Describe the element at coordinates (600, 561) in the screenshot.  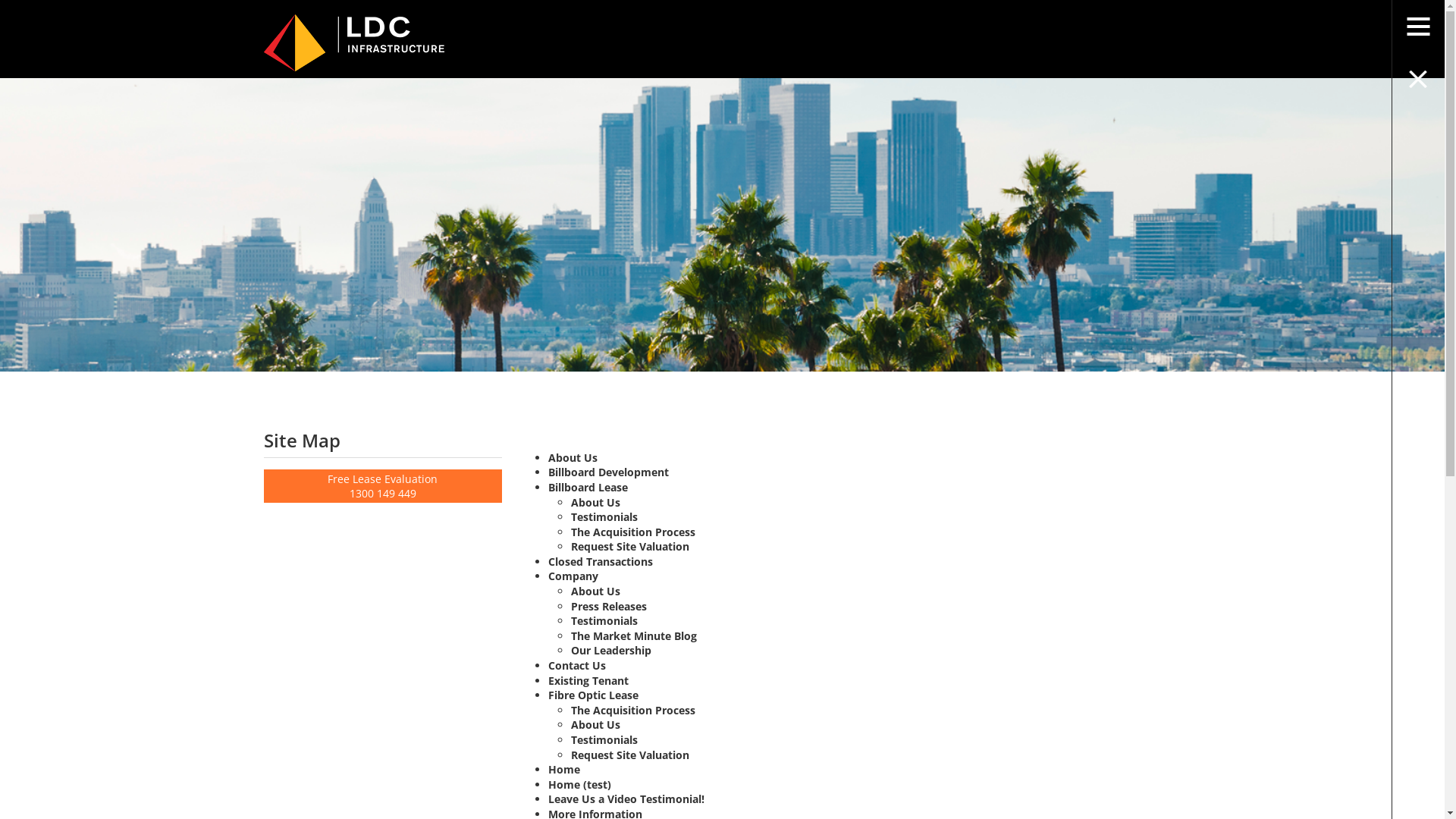
I see `'Closed Transactions'` at that location.